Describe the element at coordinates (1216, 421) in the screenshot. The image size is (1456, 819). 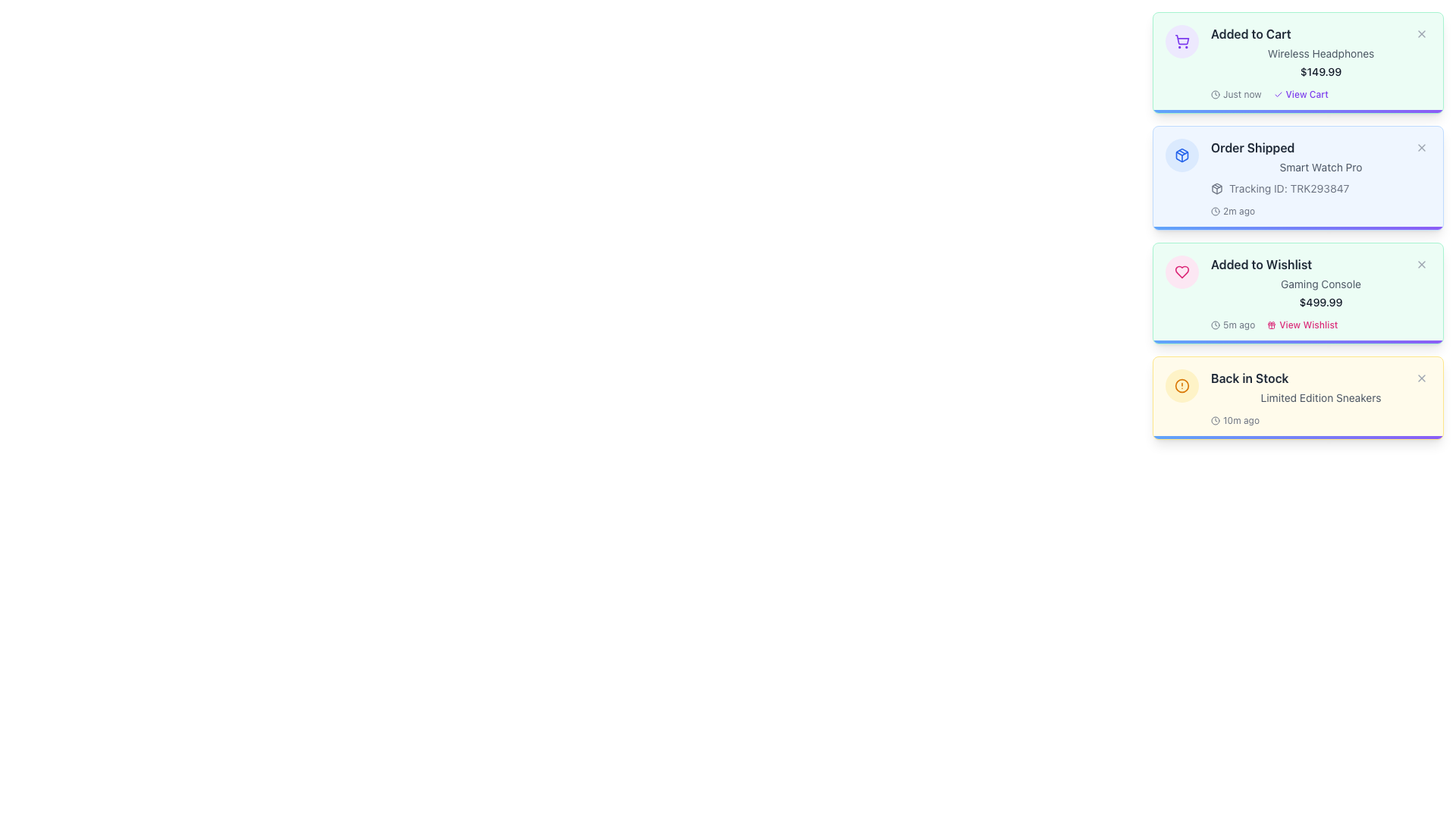
I see `the decorative icon indicating the time since the event occurred, which is located to the left of the '10m ago' text under the 'Back in Stock' card` at that location.